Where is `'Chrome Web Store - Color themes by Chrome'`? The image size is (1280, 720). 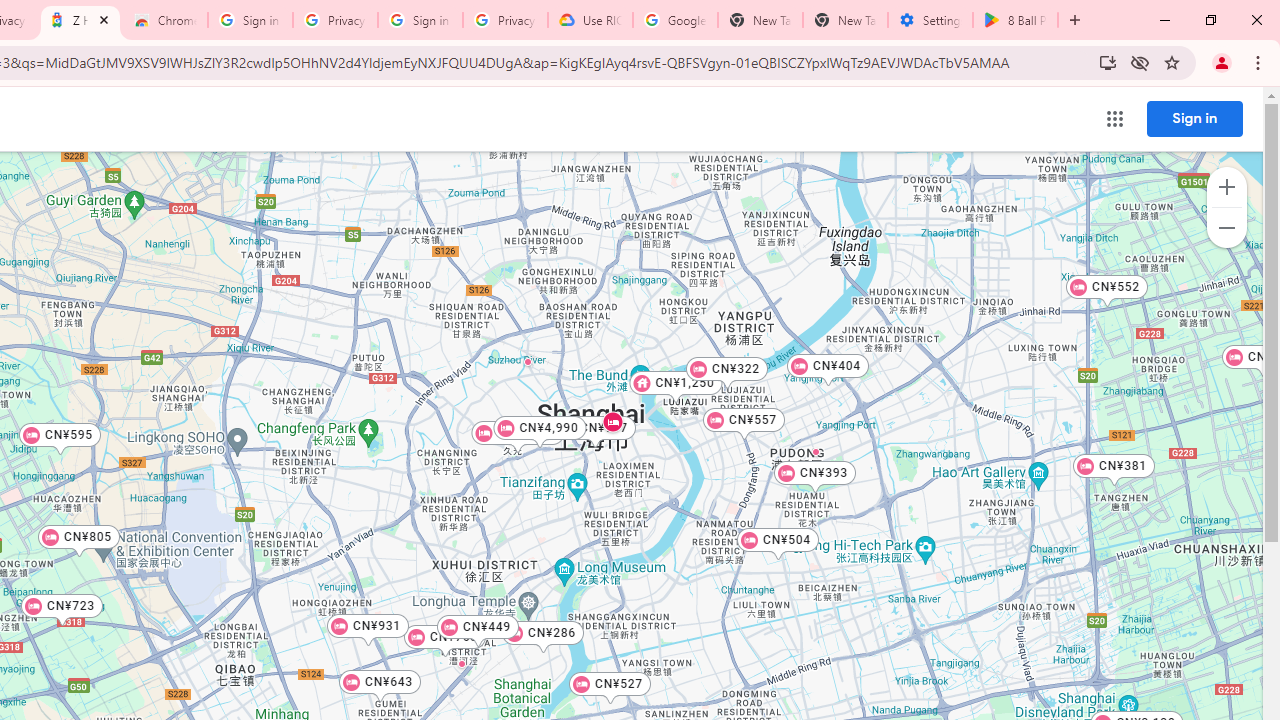
'Chrome Web Store - Color themes by Chrome' is located at coordinates (165, 20).